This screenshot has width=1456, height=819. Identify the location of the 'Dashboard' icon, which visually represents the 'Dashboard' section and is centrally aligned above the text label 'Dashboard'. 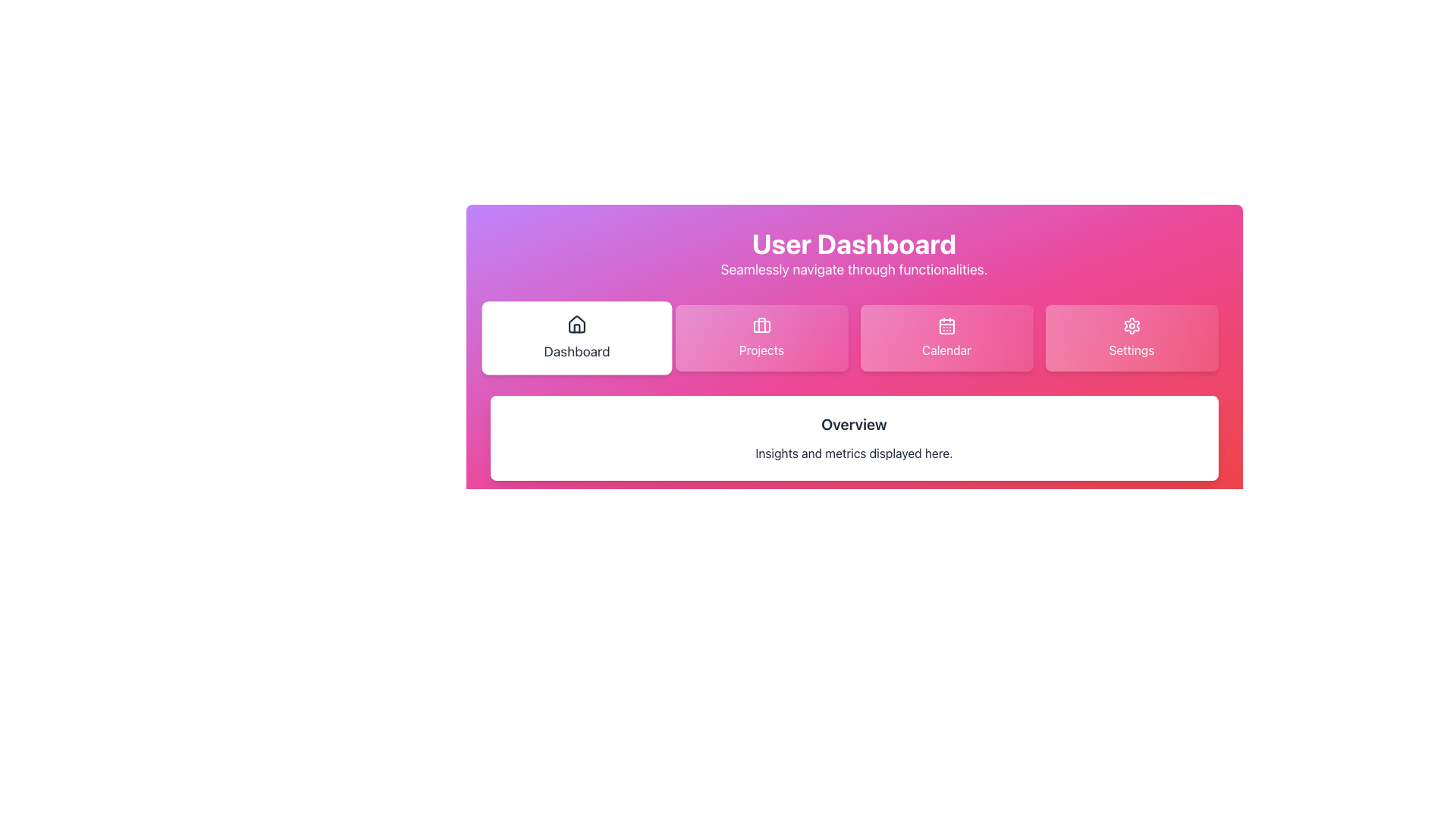
(576, 324).